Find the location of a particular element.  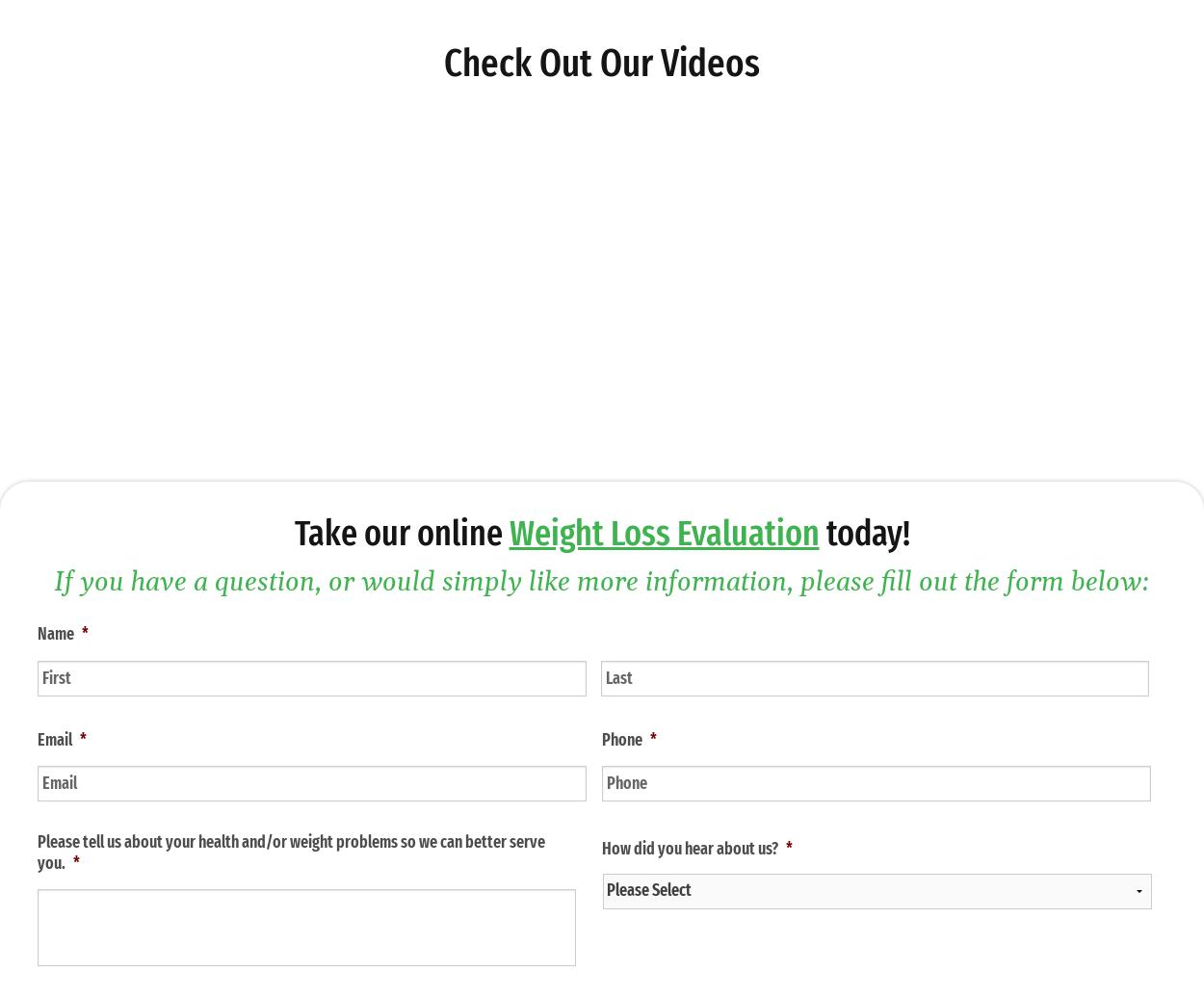

'Check Out Our Videos' is located at coordinates (602, 62).